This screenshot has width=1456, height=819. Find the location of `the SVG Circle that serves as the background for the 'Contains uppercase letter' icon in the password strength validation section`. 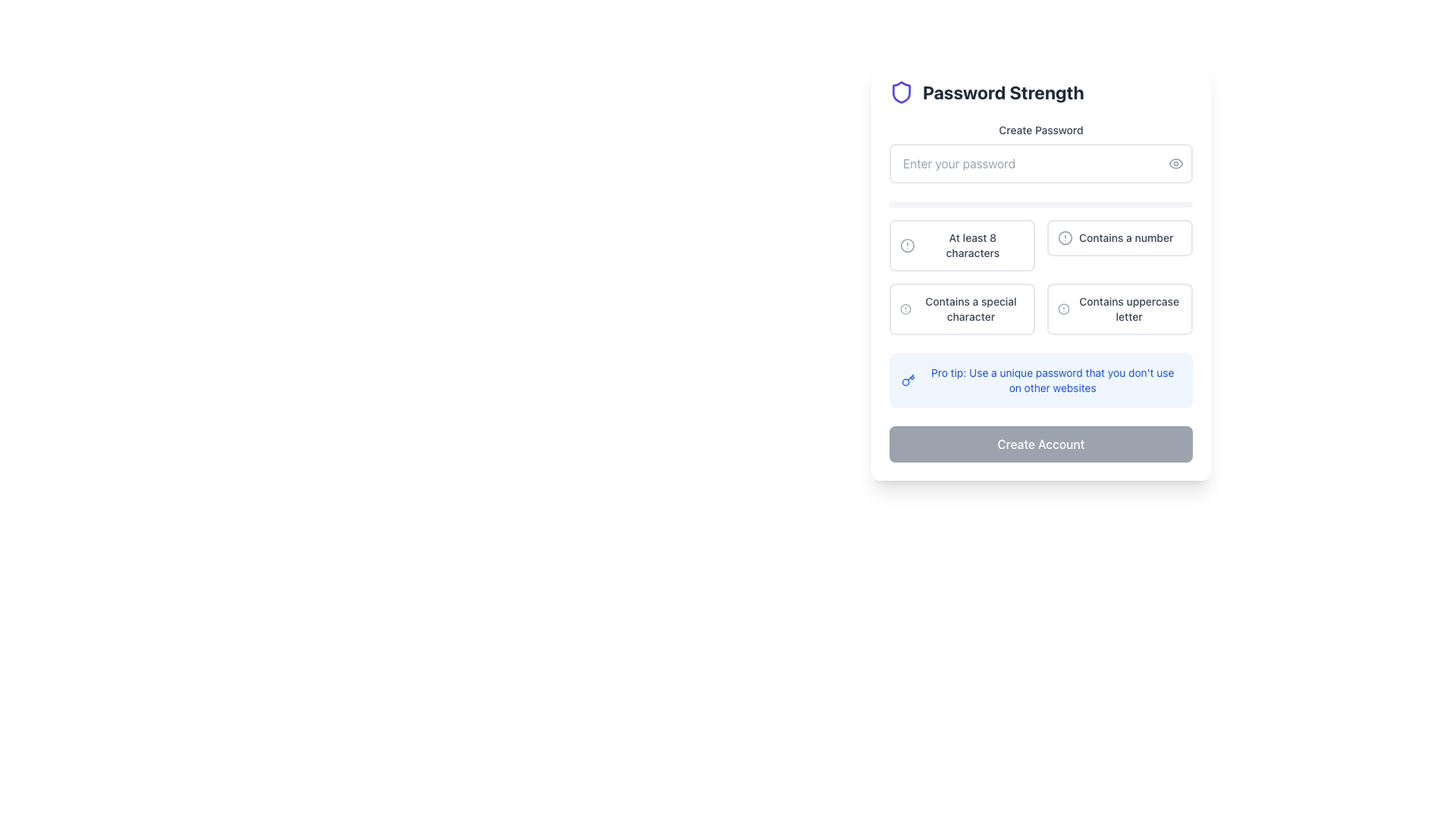

the SVG Circle that serves as the background for the 'Contains uppercase letter' icon in the password strength validation section is located at coordinates (1063, 309).